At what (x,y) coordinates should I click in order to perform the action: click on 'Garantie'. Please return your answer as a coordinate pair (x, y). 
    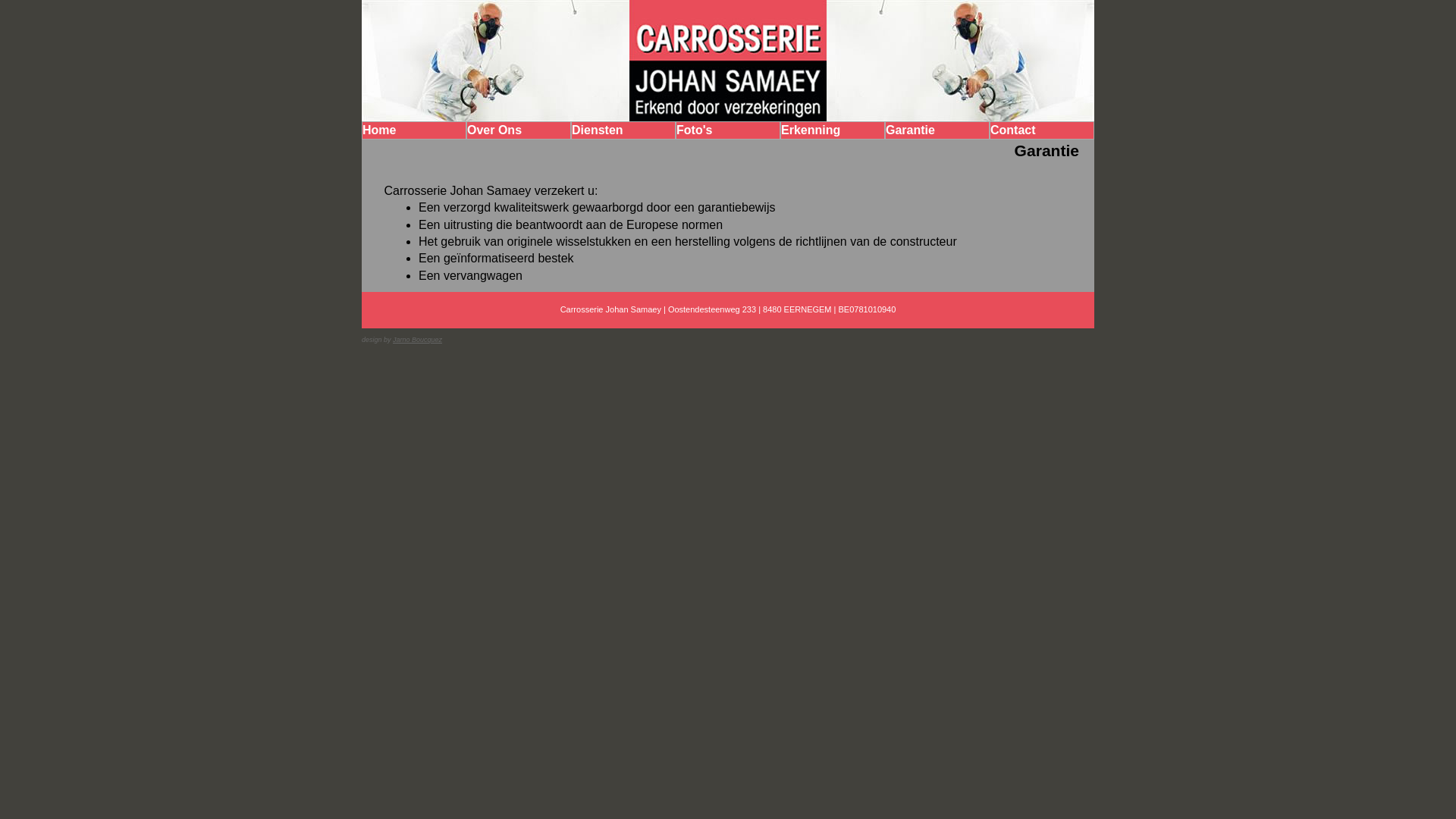
    Looking at the image, I should click on (937, 130).